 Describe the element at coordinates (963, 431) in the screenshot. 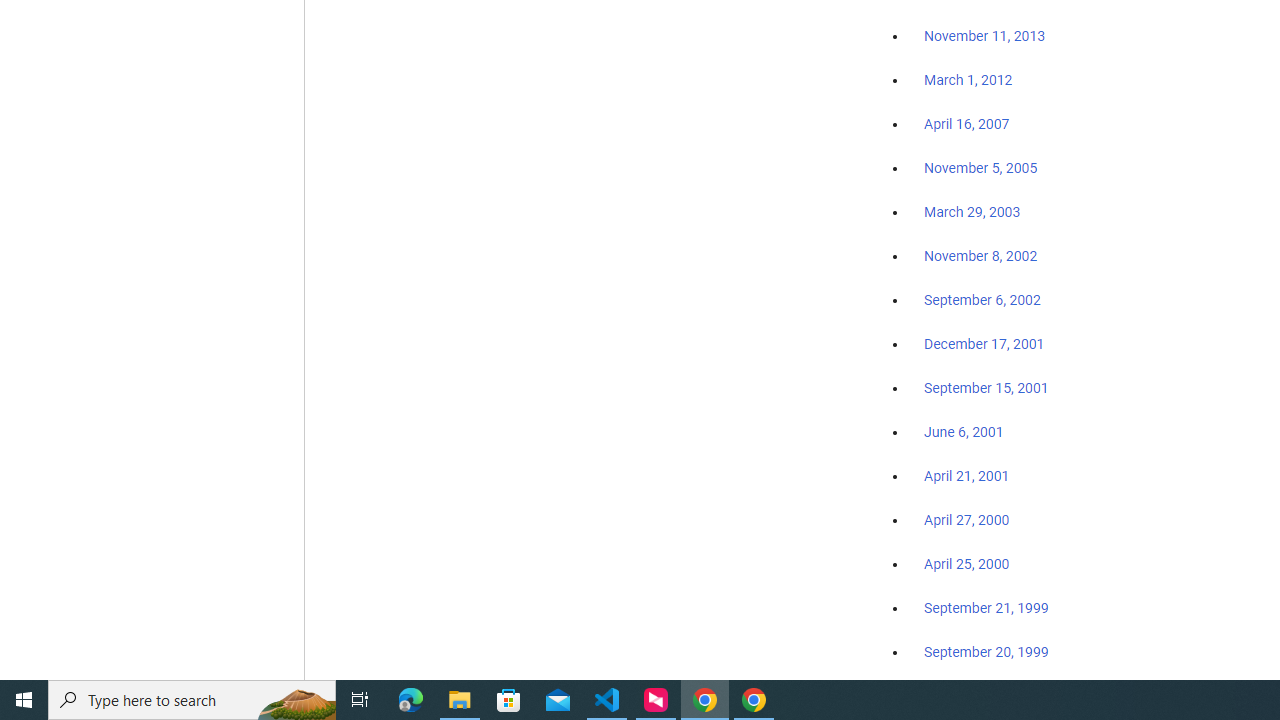

I see `'June 6, 2001'` at that location.